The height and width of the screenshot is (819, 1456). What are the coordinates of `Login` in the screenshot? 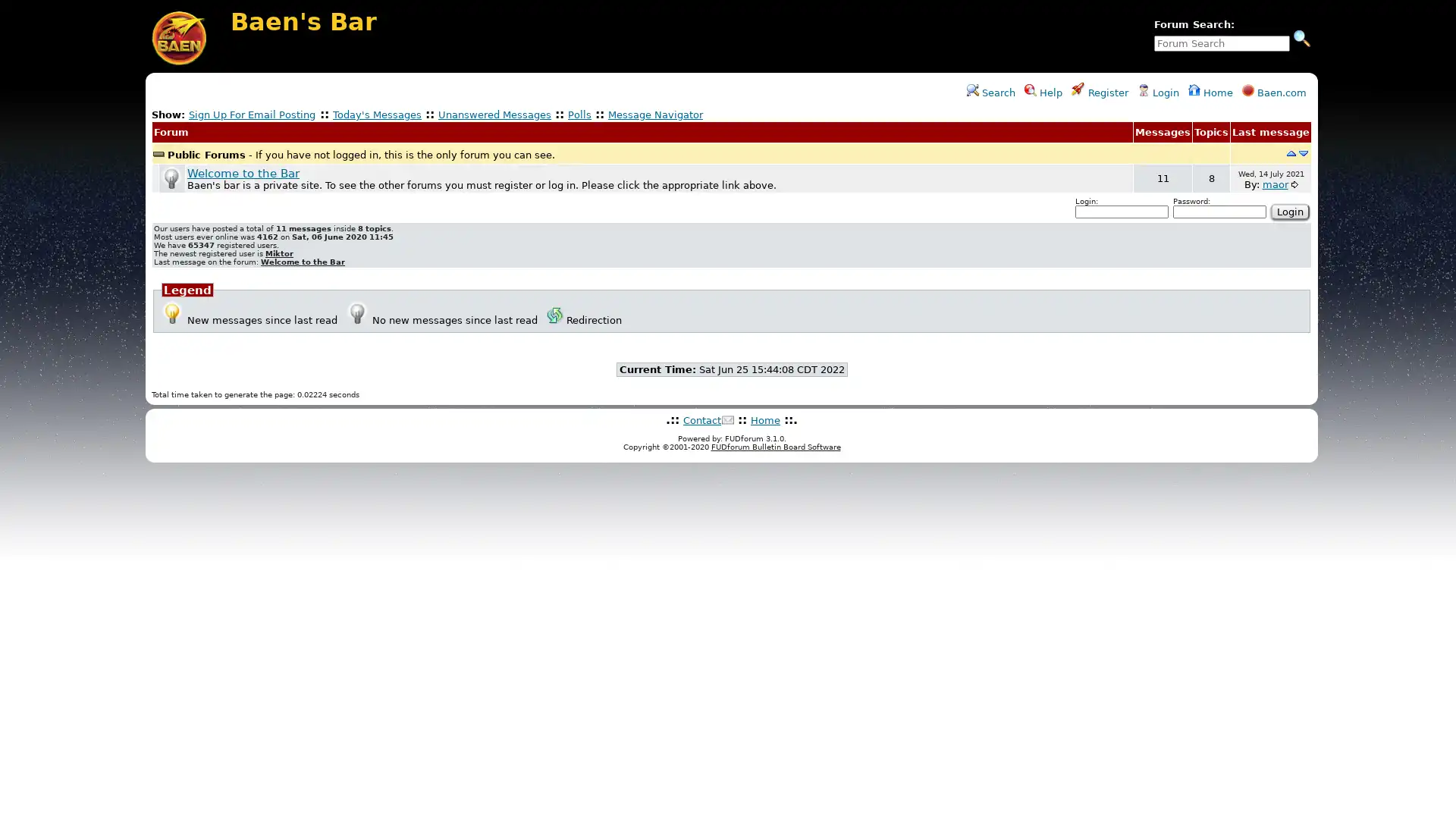 It's located at (1289, 212).